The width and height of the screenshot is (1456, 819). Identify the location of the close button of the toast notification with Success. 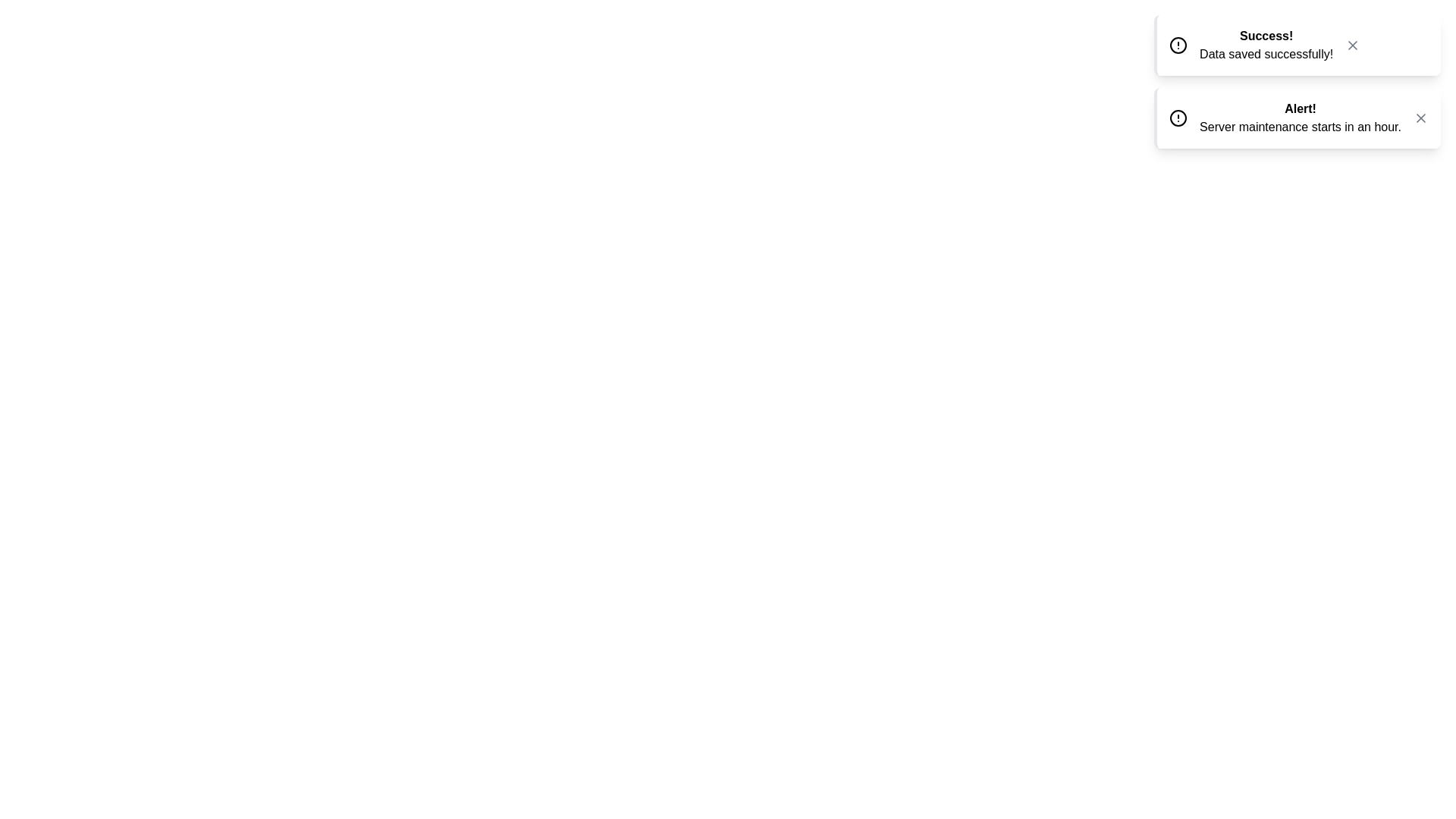
(1353, 45).